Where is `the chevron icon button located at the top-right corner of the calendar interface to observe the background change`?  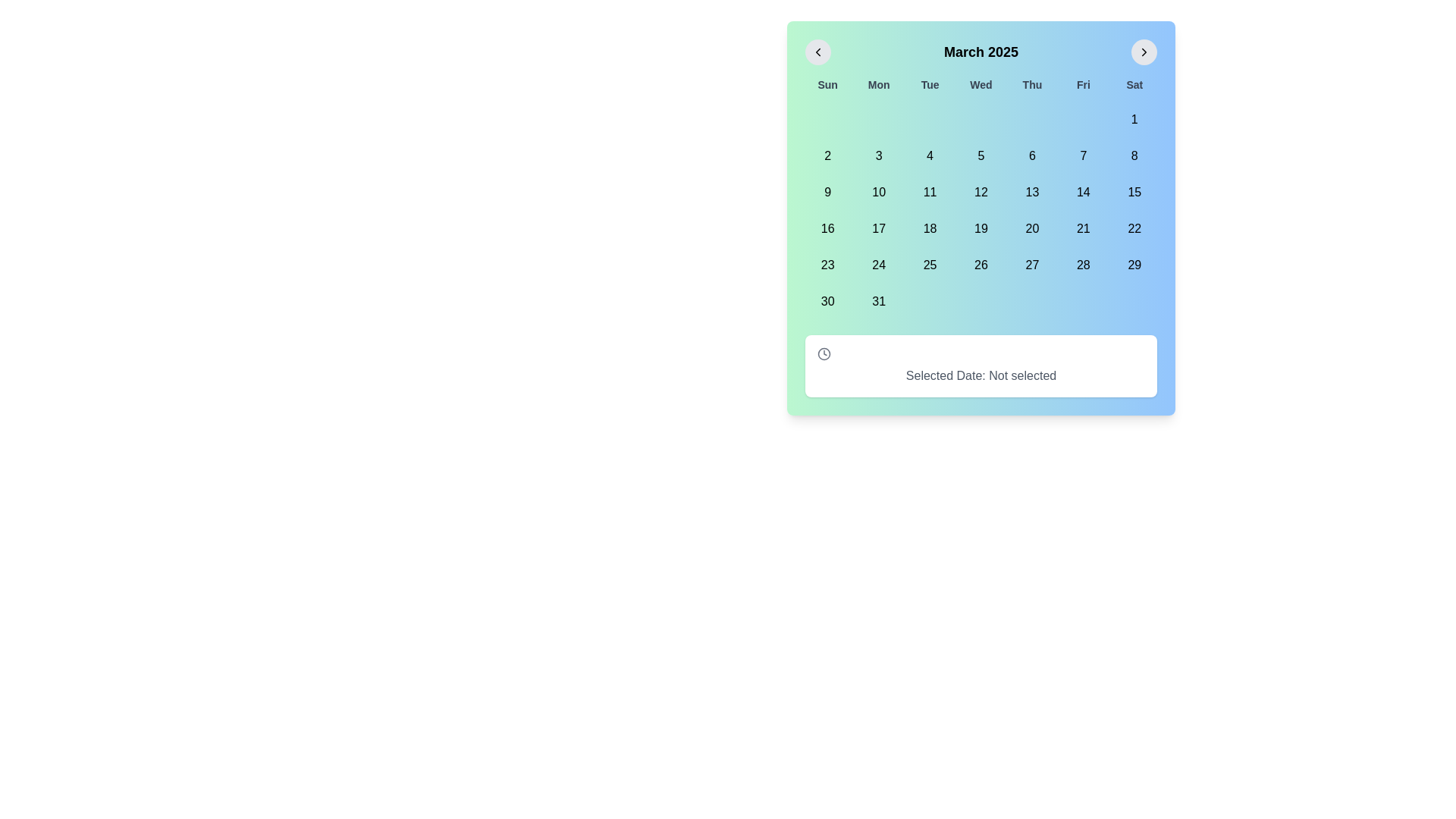
the chevron icon button located at the top-right corner of the calendar interface to observe the background change is located at coordinates (1144, 52).